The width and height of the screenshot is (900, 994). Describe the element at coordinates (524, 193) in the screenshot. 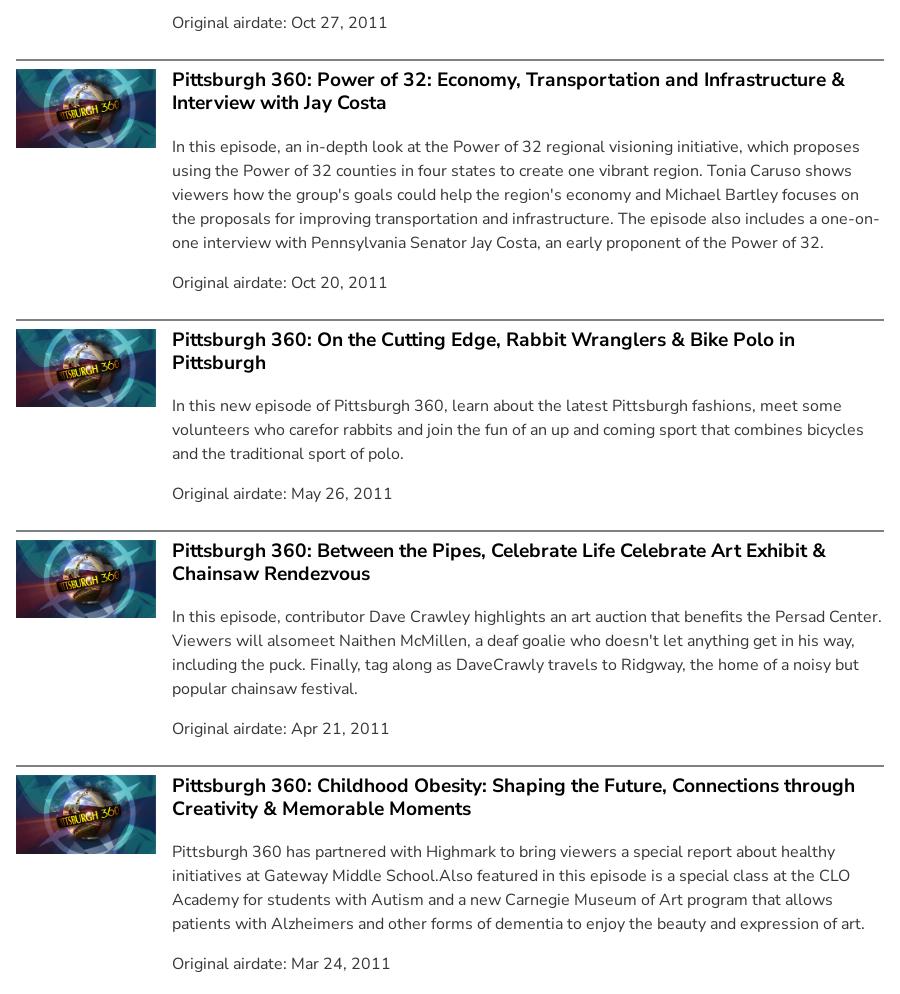

I see `'In this episode, an in-depth look at the Power of 32 regional visioning initiative, which proposes using the Power of 32 counties in four states to create one vibrant region. Tonia Caruso shows viewers how the group's goals could help the region's economy and Michael Bartley focuses on the proposals for improving transportation and infrastructure. The episode also includes a one-on-one interview with Pennsylvania Senator Jay Costa, an early proponent of the Power of 32.'` at that location.